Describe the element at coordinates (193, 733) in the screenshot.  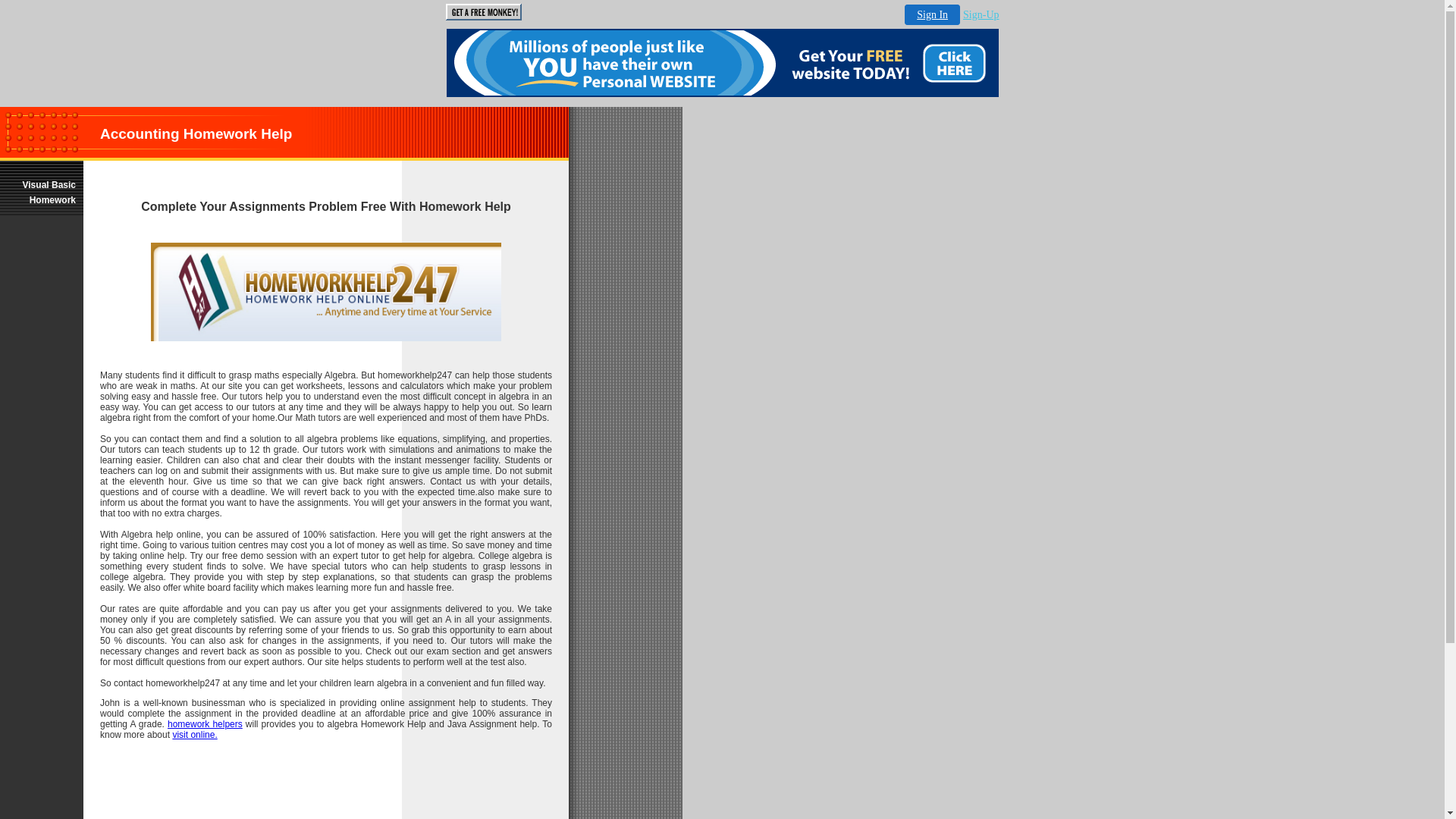
I see `'visit online.'` at that location.